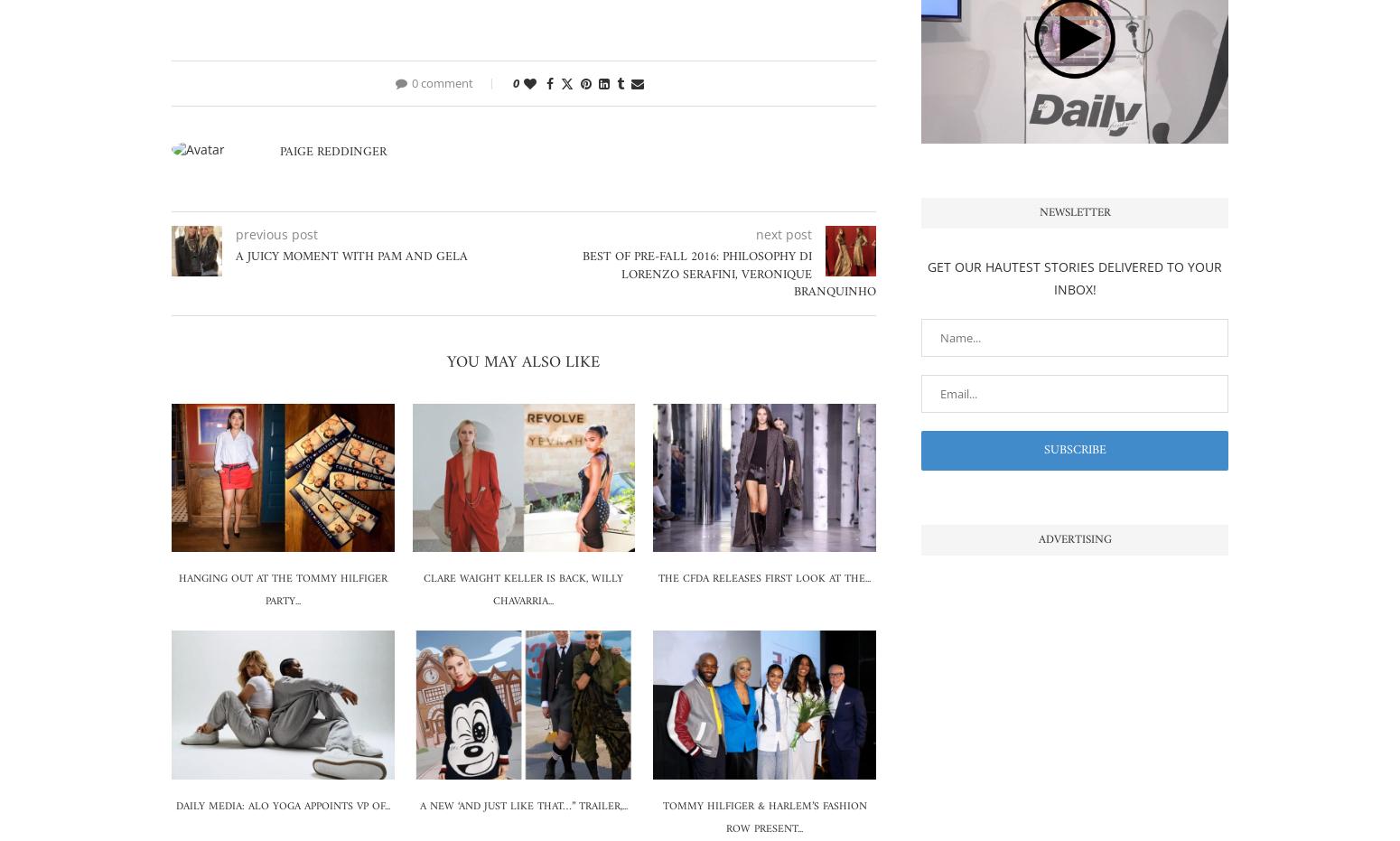 This screenshot has height=841, width=1400. Describe the element at coordinates (332, 151) in the screenshot. I see `'Paige Reddinger'` at that location.